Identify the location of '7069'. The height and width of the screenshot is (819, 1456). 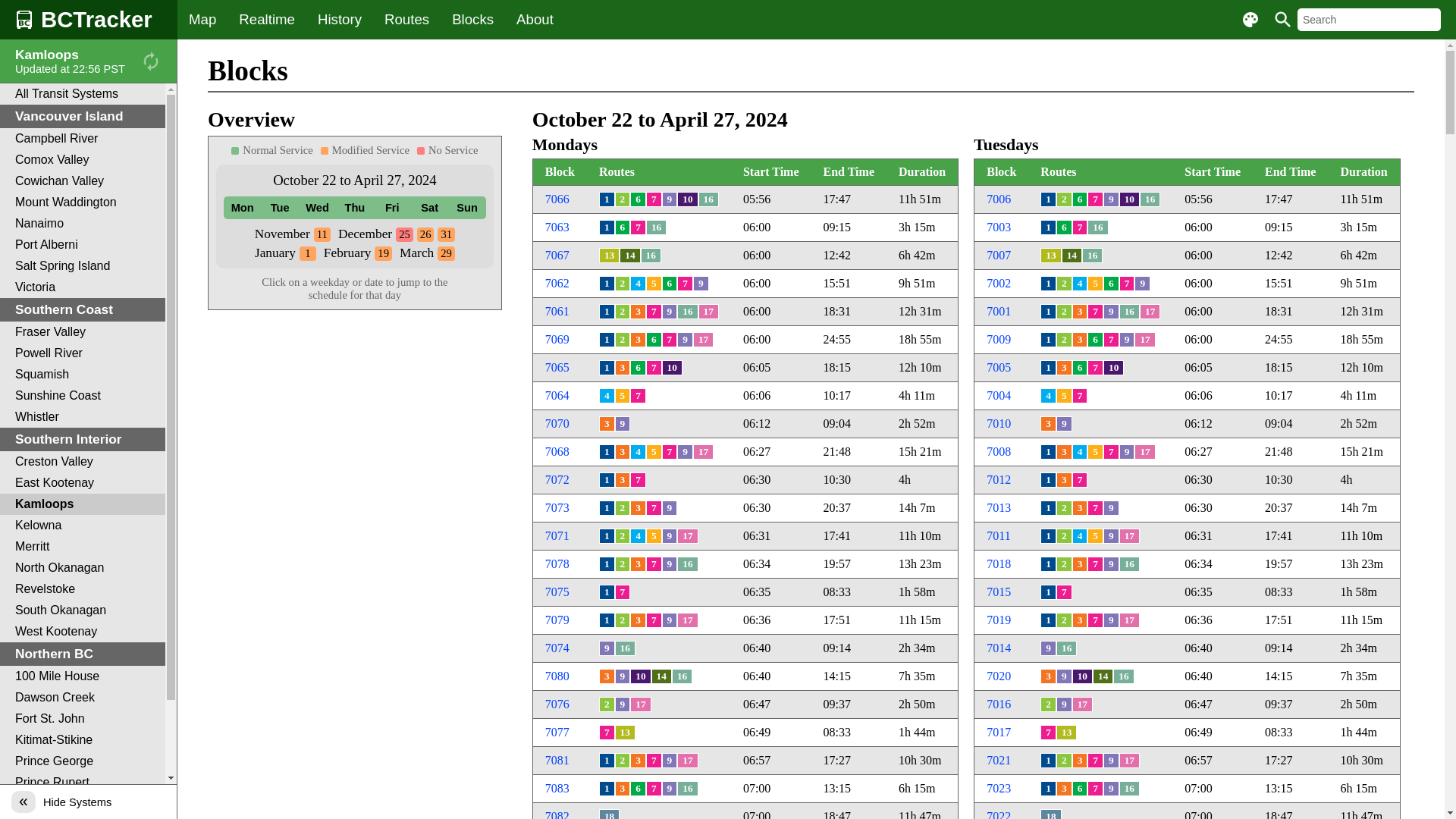
(556, 338).